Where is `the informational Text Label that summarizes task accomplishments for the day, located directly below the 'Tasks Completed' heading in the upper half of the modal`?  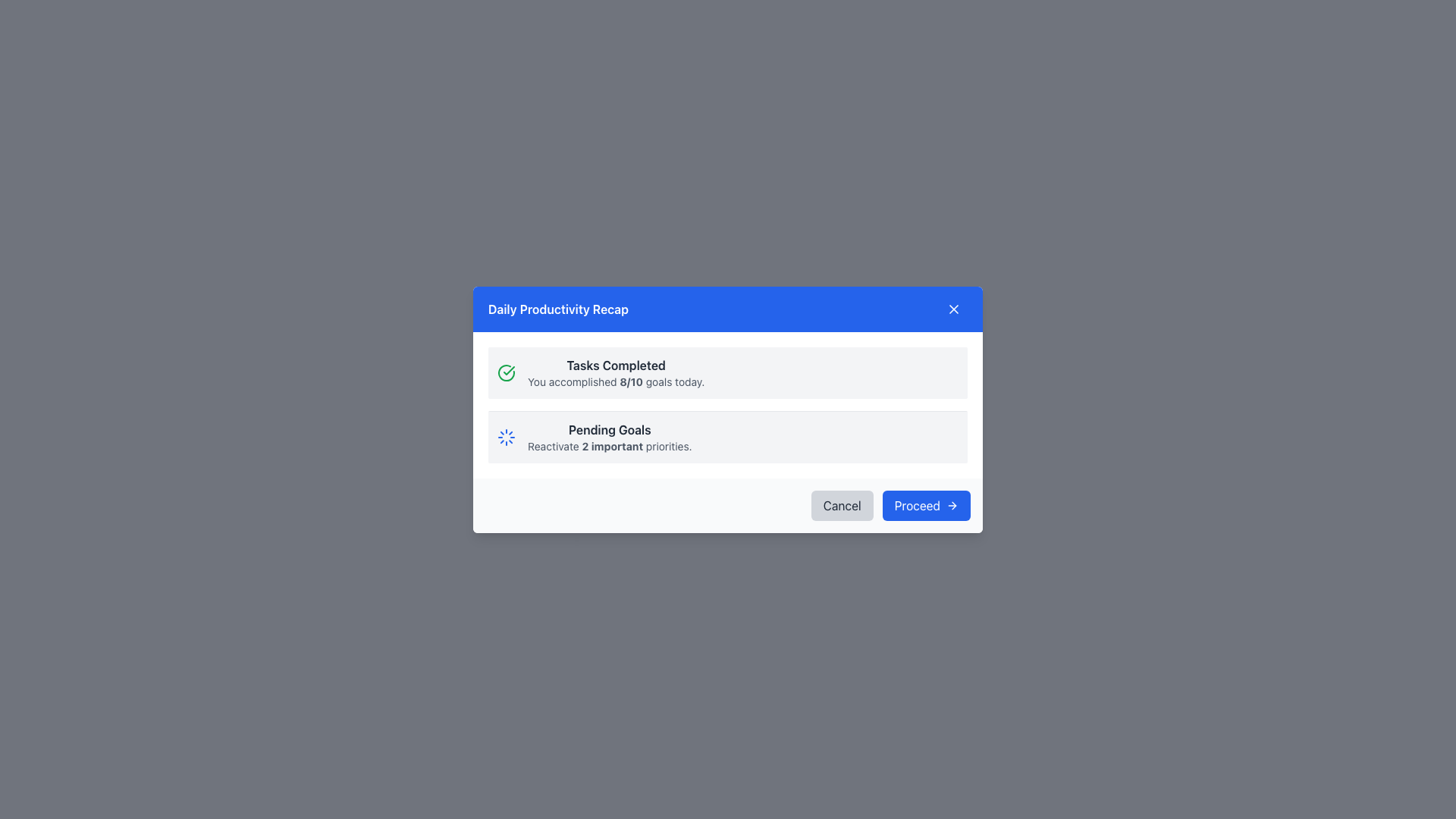
the informational Text Label that summarizes task accomplishments for the day, located directly below the 'Tasks Completed' heading in the upper half of the modal is located at coordinates (616, 381).